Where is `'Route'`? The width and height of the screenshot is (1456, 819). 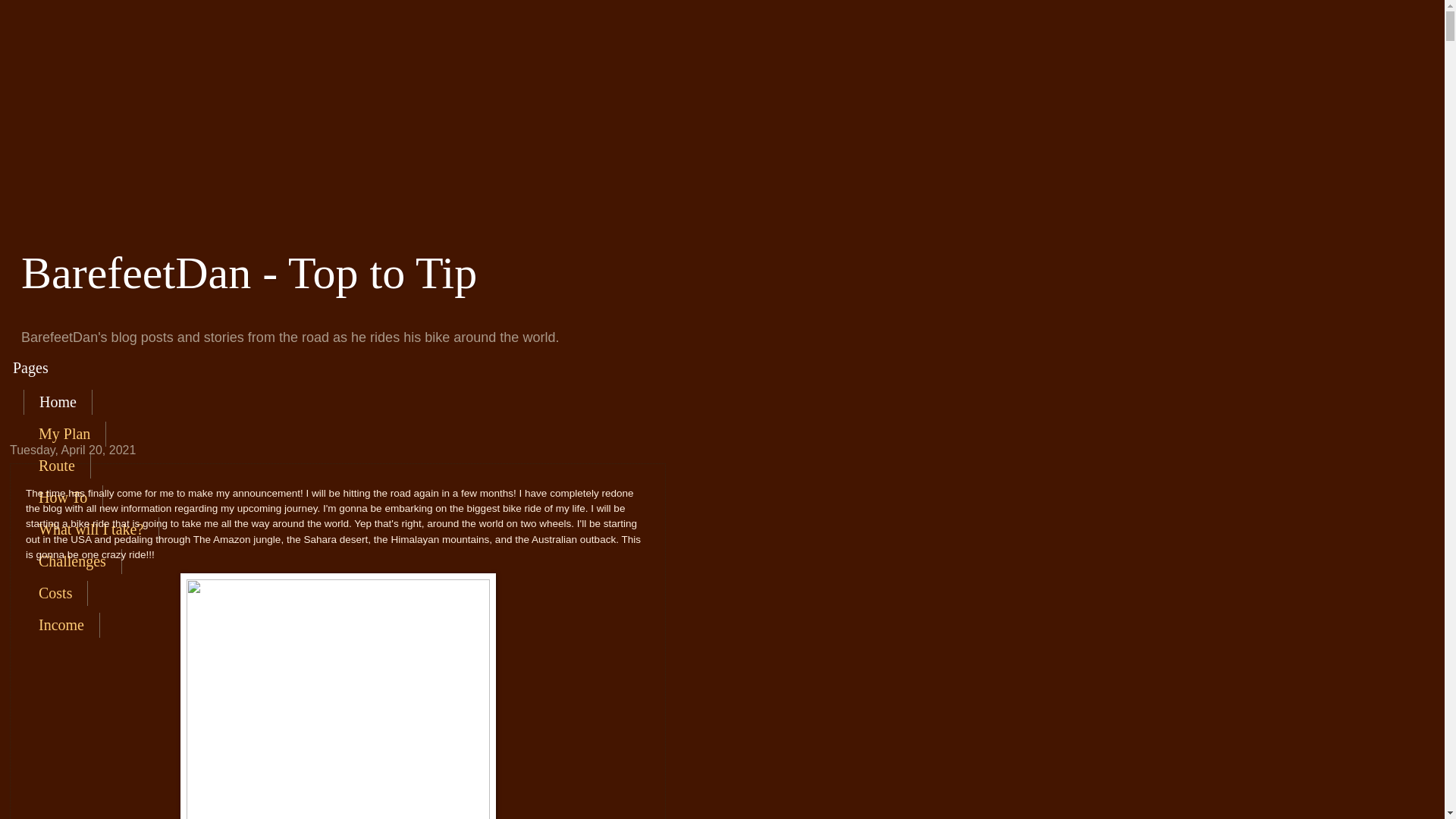 'Route' is located at coordinates (57, 465).